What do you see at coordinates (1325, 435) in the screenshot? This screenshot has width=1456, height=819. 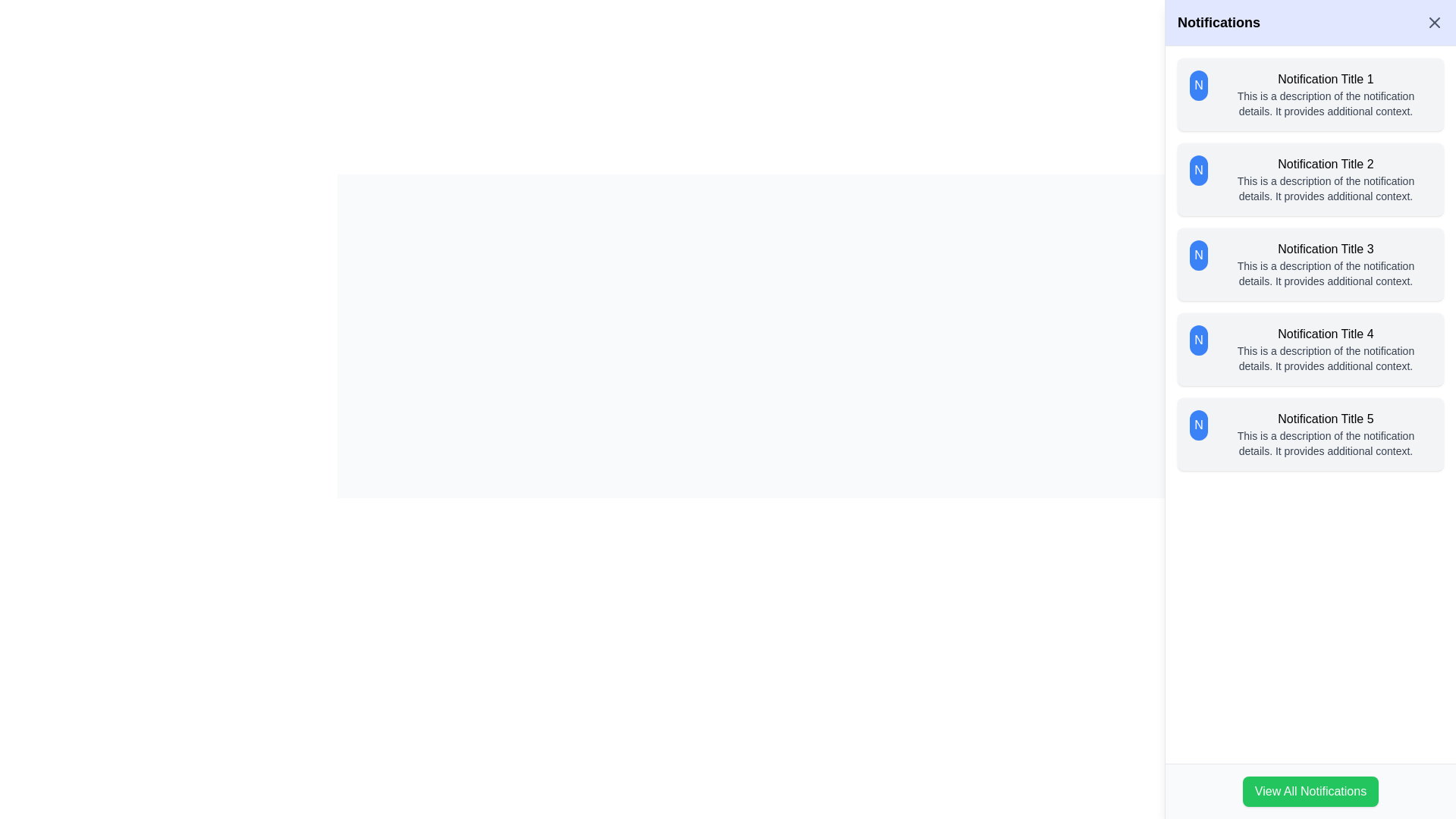 I see `text content of the Text Display Component identified by the title 'Notification Title 5', which includes a bolded title and a detailed description below` at bounding box center [1325, 435].